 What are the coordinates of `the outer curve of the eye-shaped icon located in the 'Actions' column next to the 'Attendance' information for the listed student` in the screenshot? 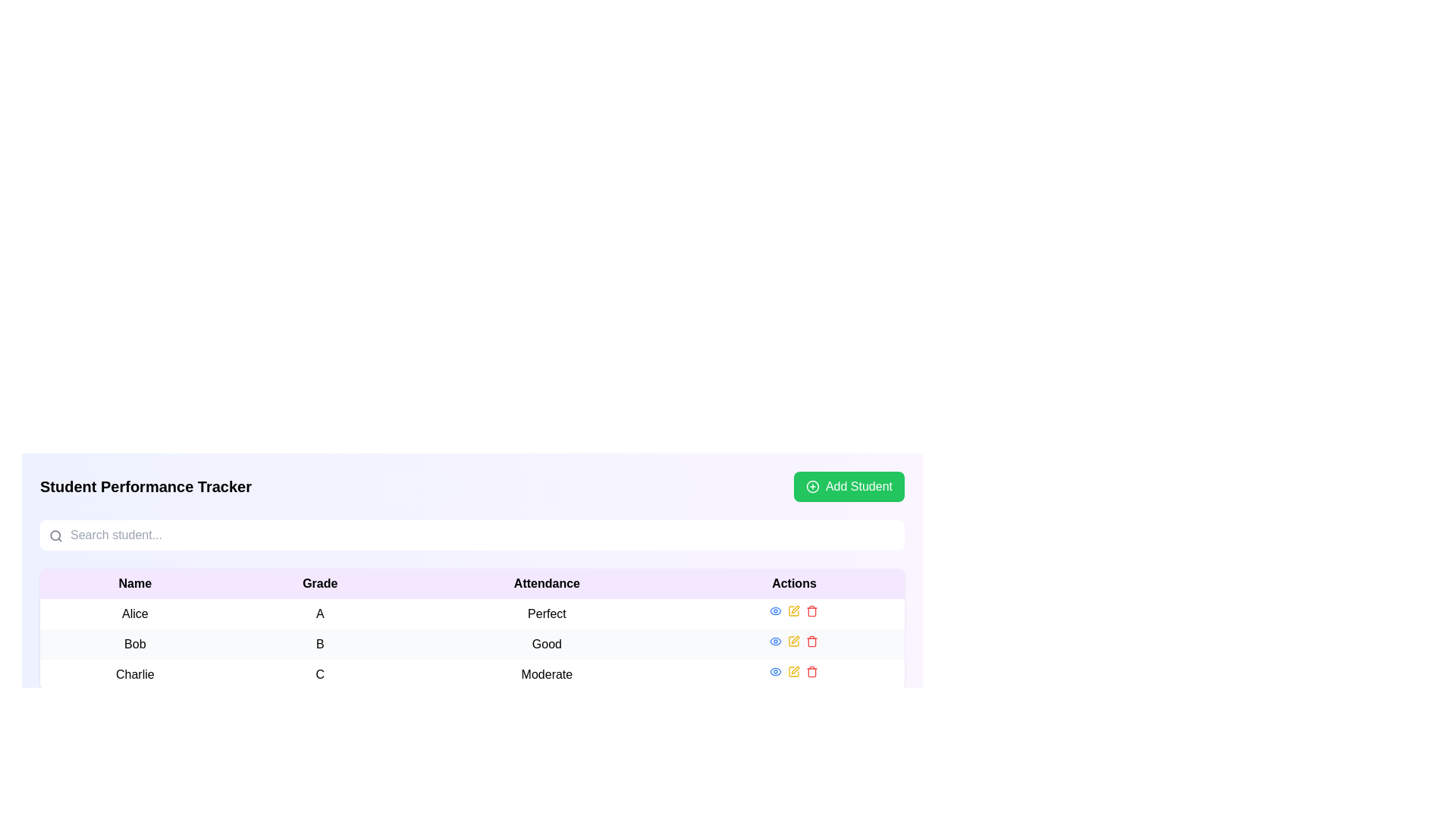 It's located at (776, 671).